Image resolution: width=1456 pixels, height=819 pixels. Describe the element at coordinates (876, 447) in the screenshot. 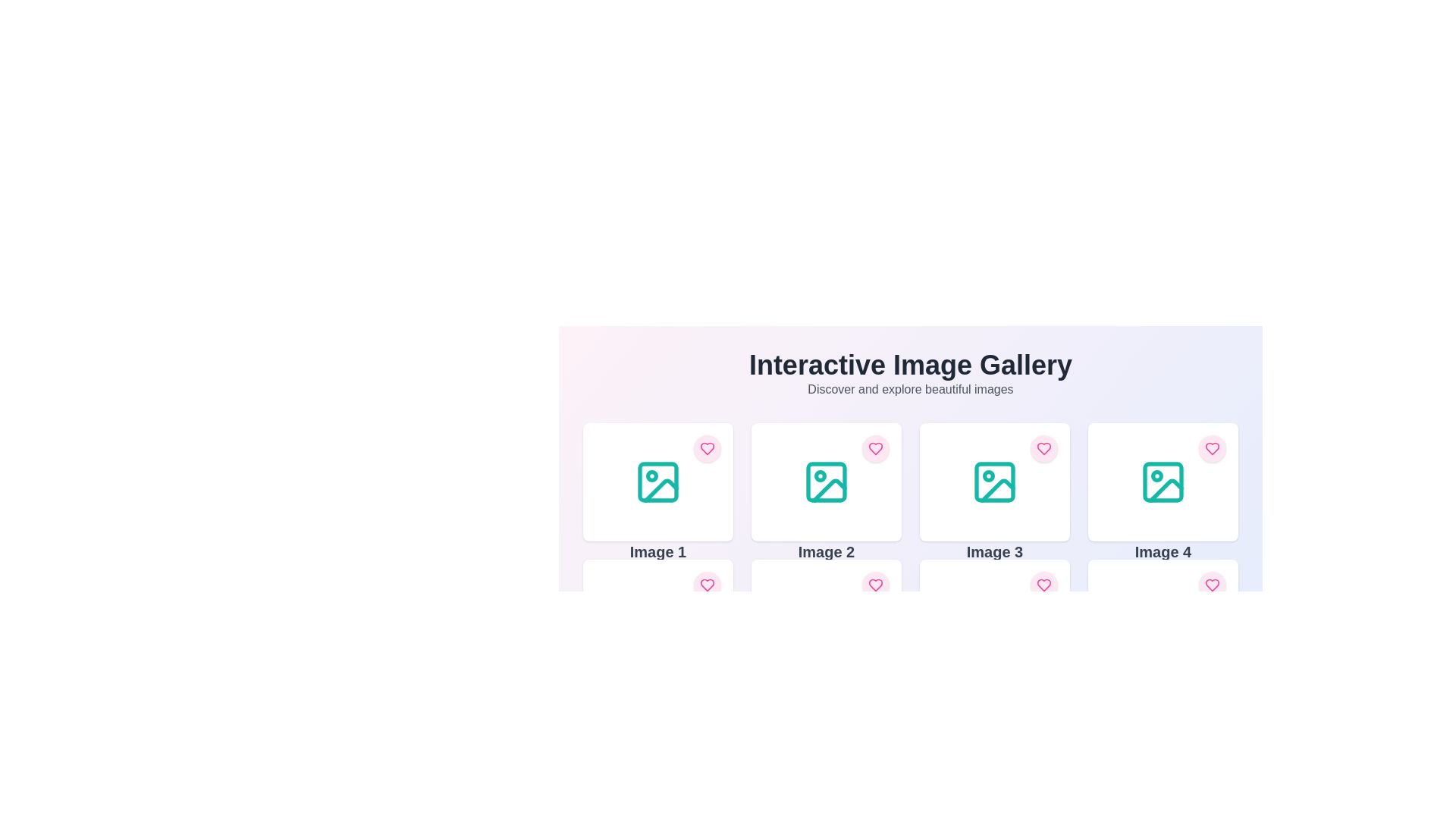

I see `the favorites button located in the top-right corner of the card labeled 'Image 2', which is part of a grid in the second column of the first row` at that location.